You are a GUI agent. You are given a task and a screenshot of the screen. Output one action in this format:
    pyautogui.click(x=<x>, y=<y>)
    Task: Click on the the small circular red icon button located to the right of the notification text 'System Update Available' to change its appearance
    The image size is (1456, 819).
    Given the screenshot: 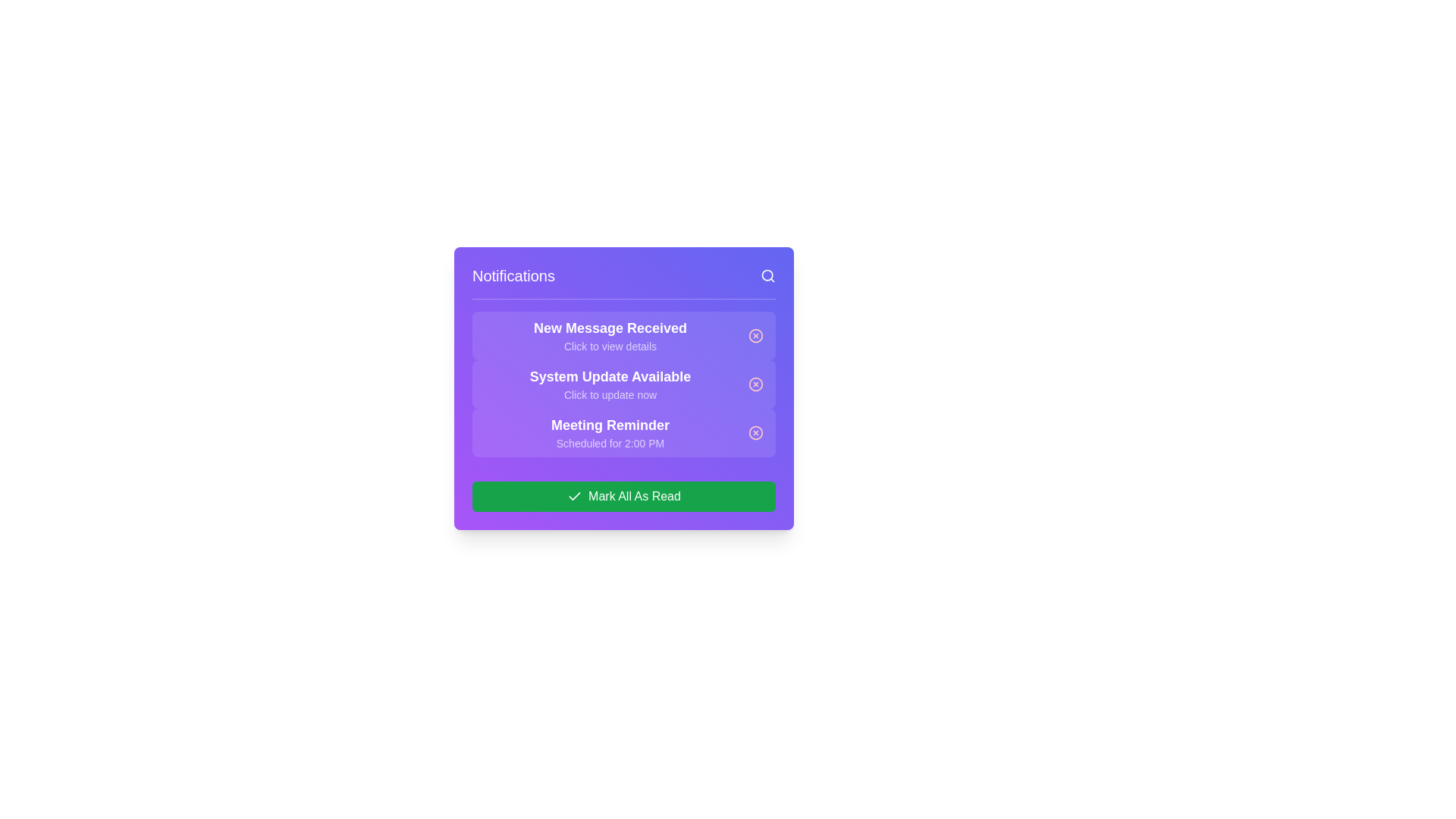 What is the action you would take?
    pyautogui.click(x=756, y=383)
    